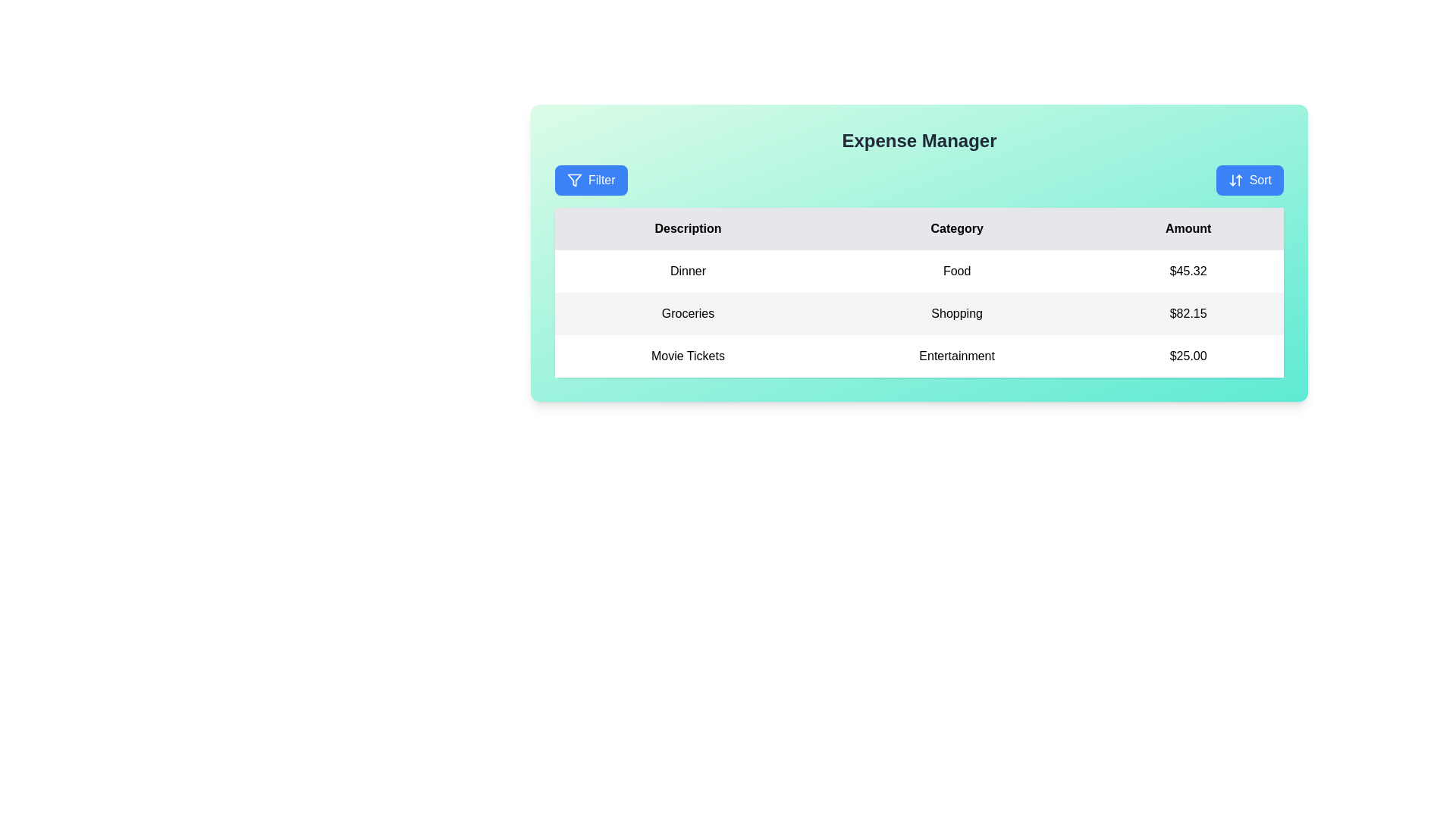  Describe the element at coordinates (1188, 312) in the screenshot. I see `the static text field displaying the monetary value '$82.15' associated with 'Groceries' and 'Shopping' entries in the table` at that location.